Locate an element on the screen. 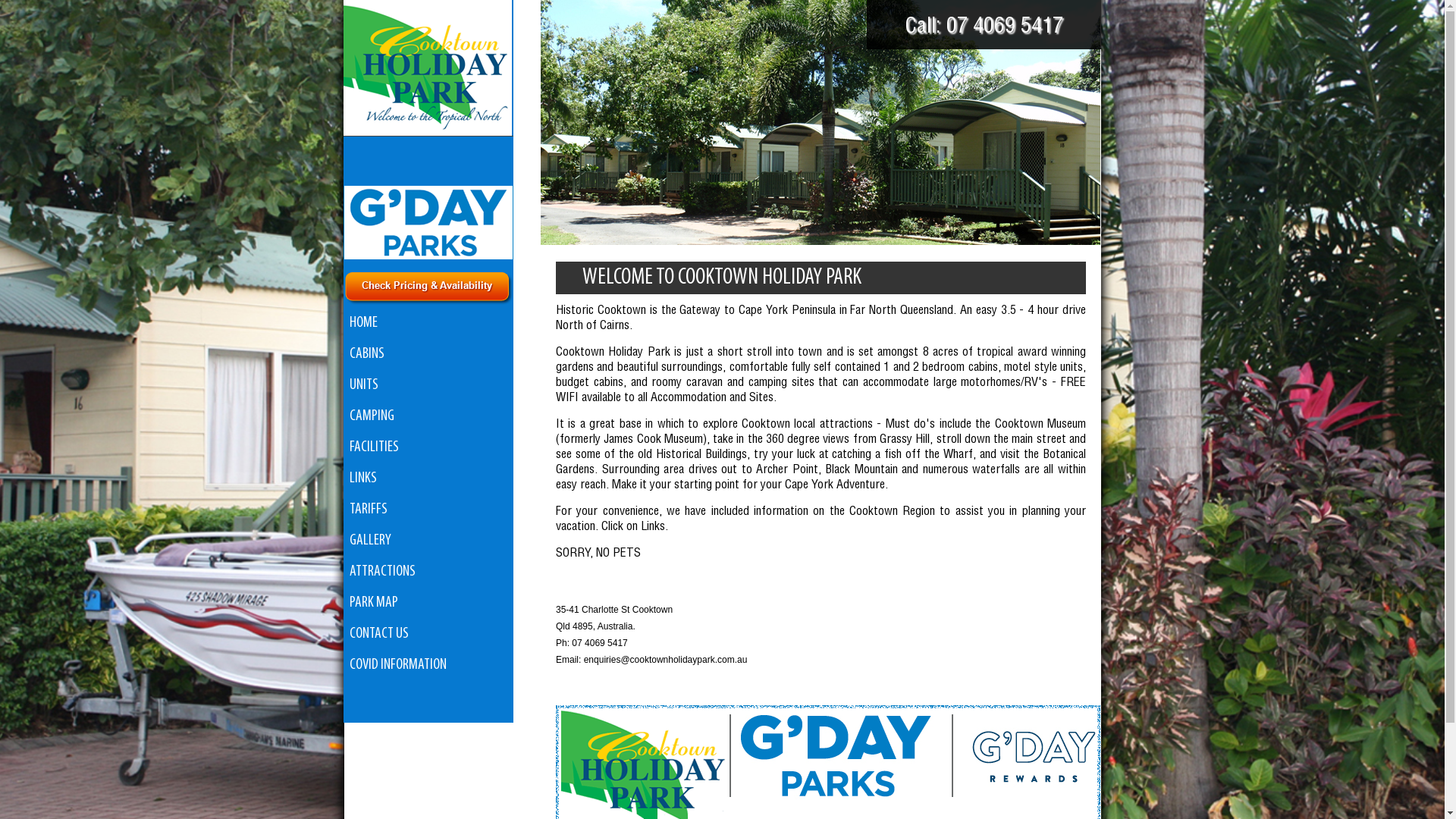  'ATTRACTIONS' is located at coordinates (428, 572).